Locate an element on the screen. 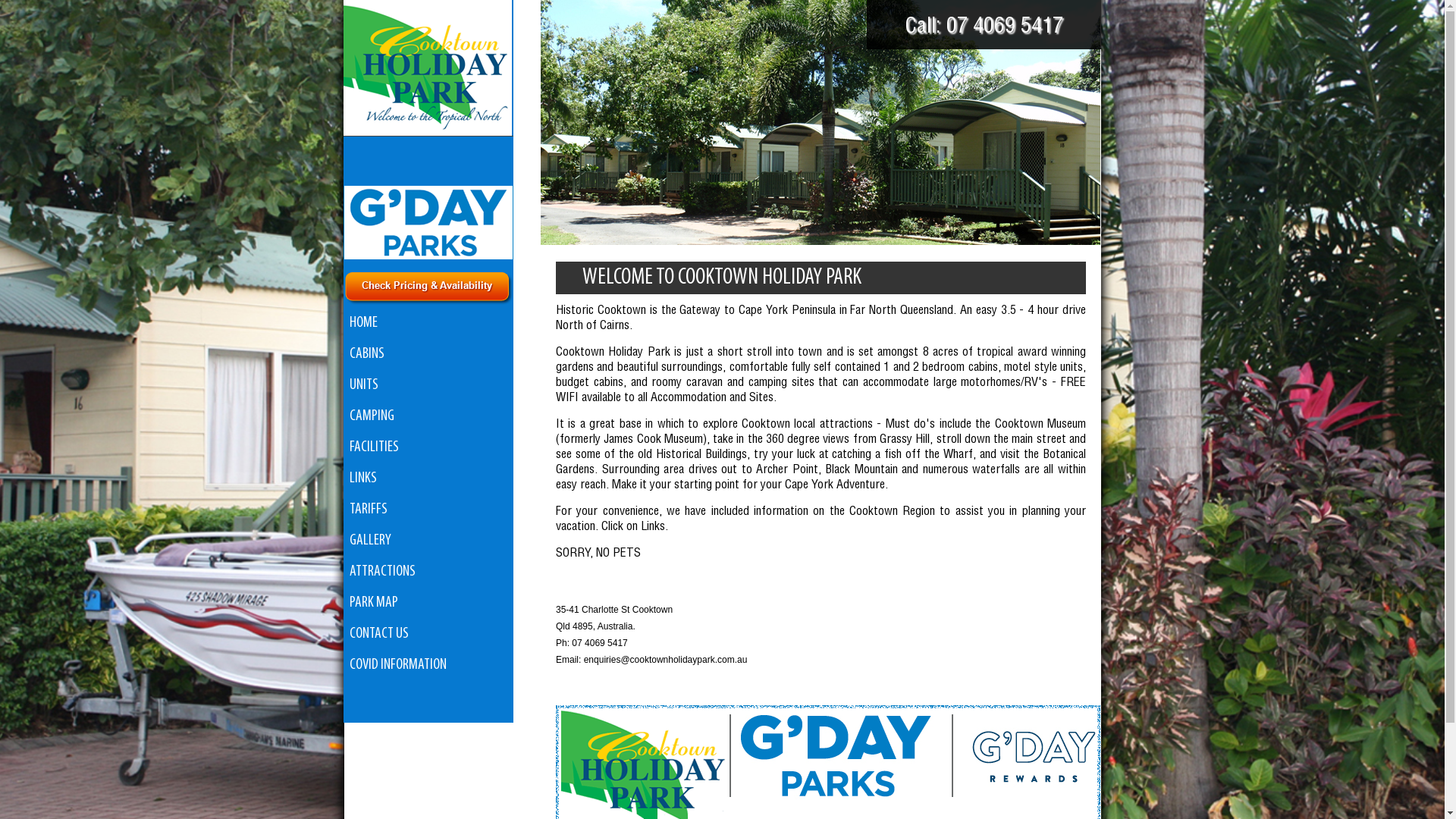  'ATTRACTIONS' is located at coordinates (428, 572).